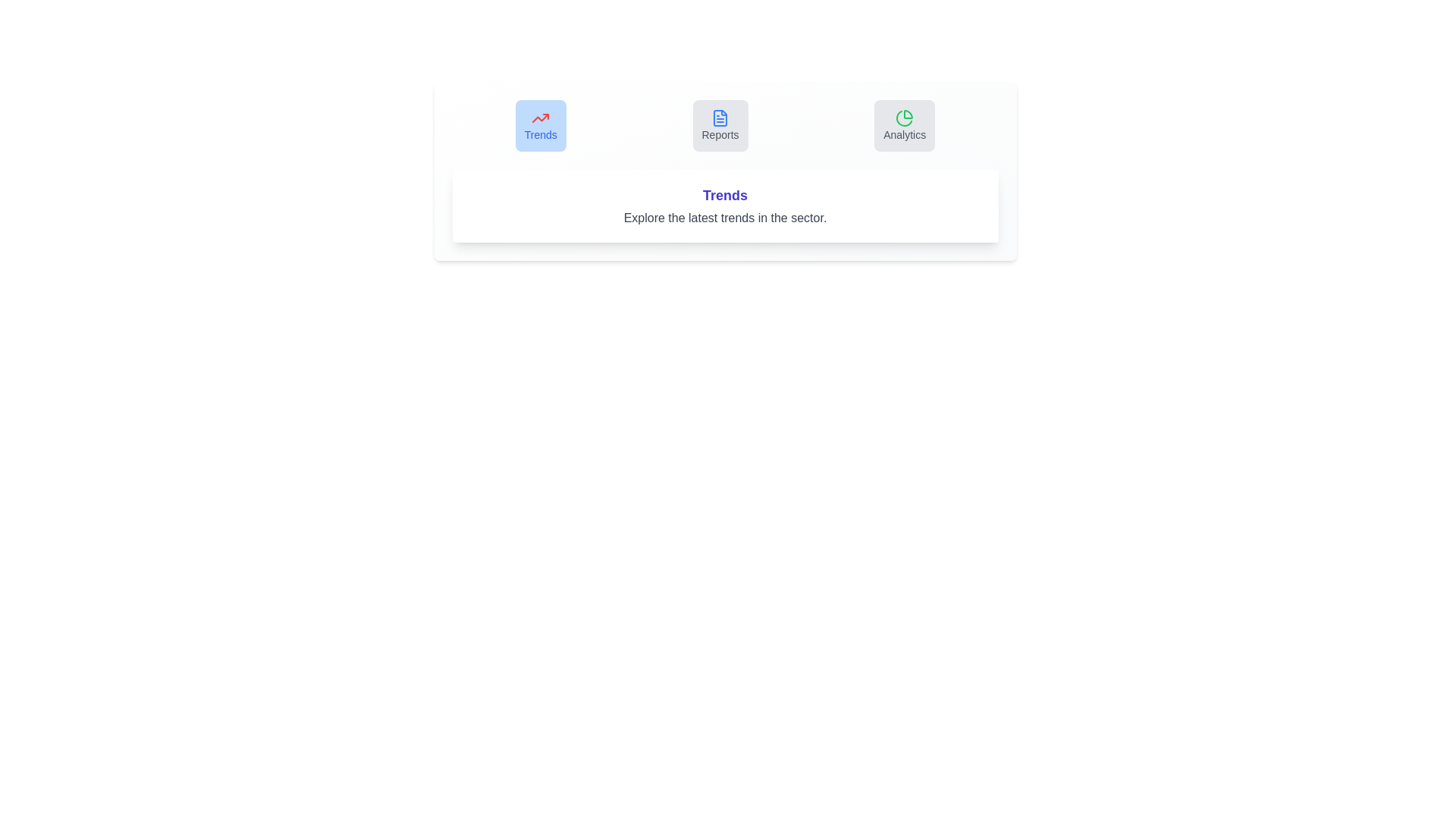  What do you see at coordinates (905, 124) in the screenshot?
I see `the tab labeled Analytics and analyze its content` at bounding box center [905, 124].